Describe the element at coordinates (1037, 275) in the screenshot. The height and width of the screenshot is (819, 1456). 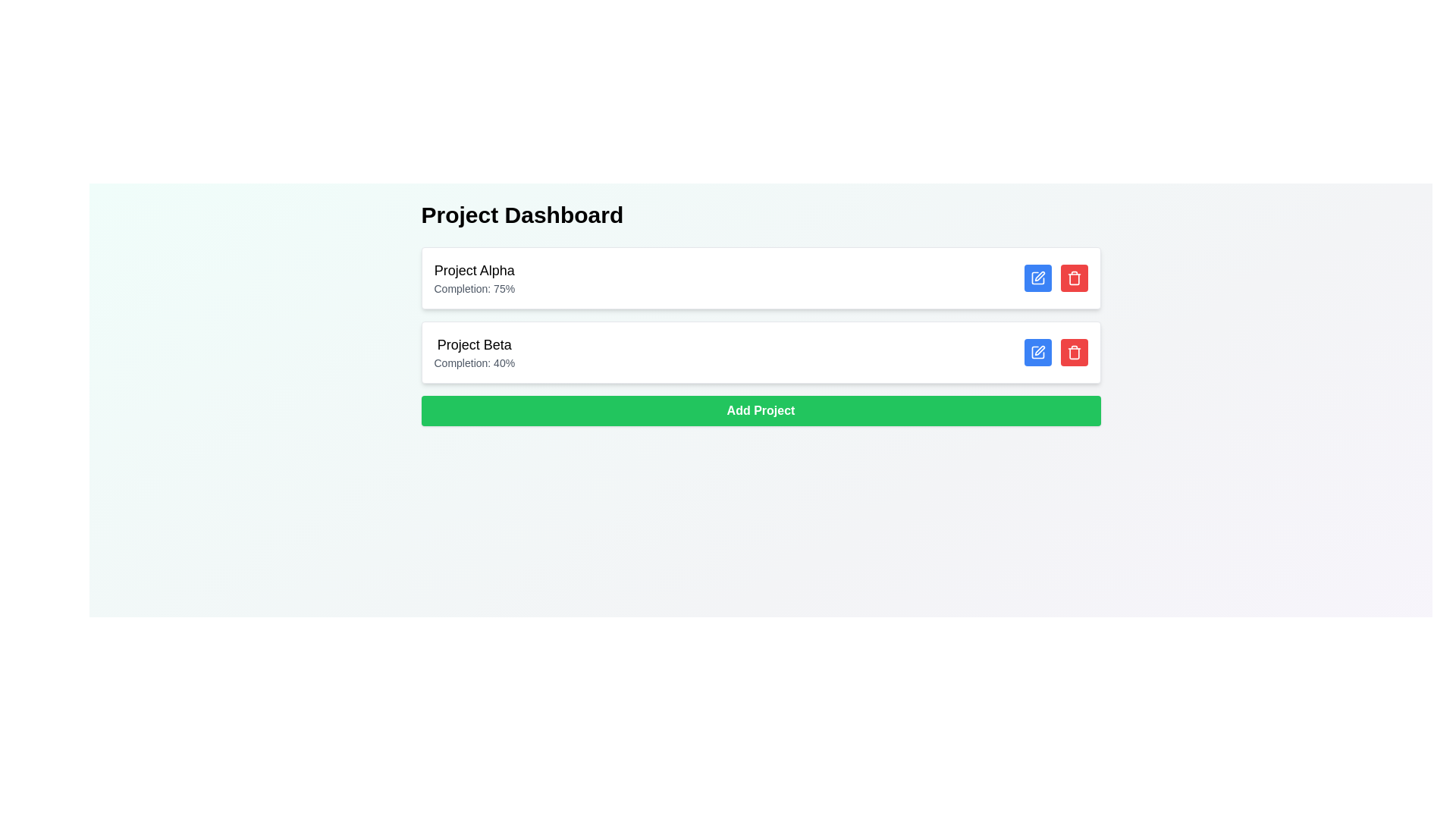
I see `the Vector icon (pen icon) located to the immediate left of the red trash icon in the topmost project entry` at that location.